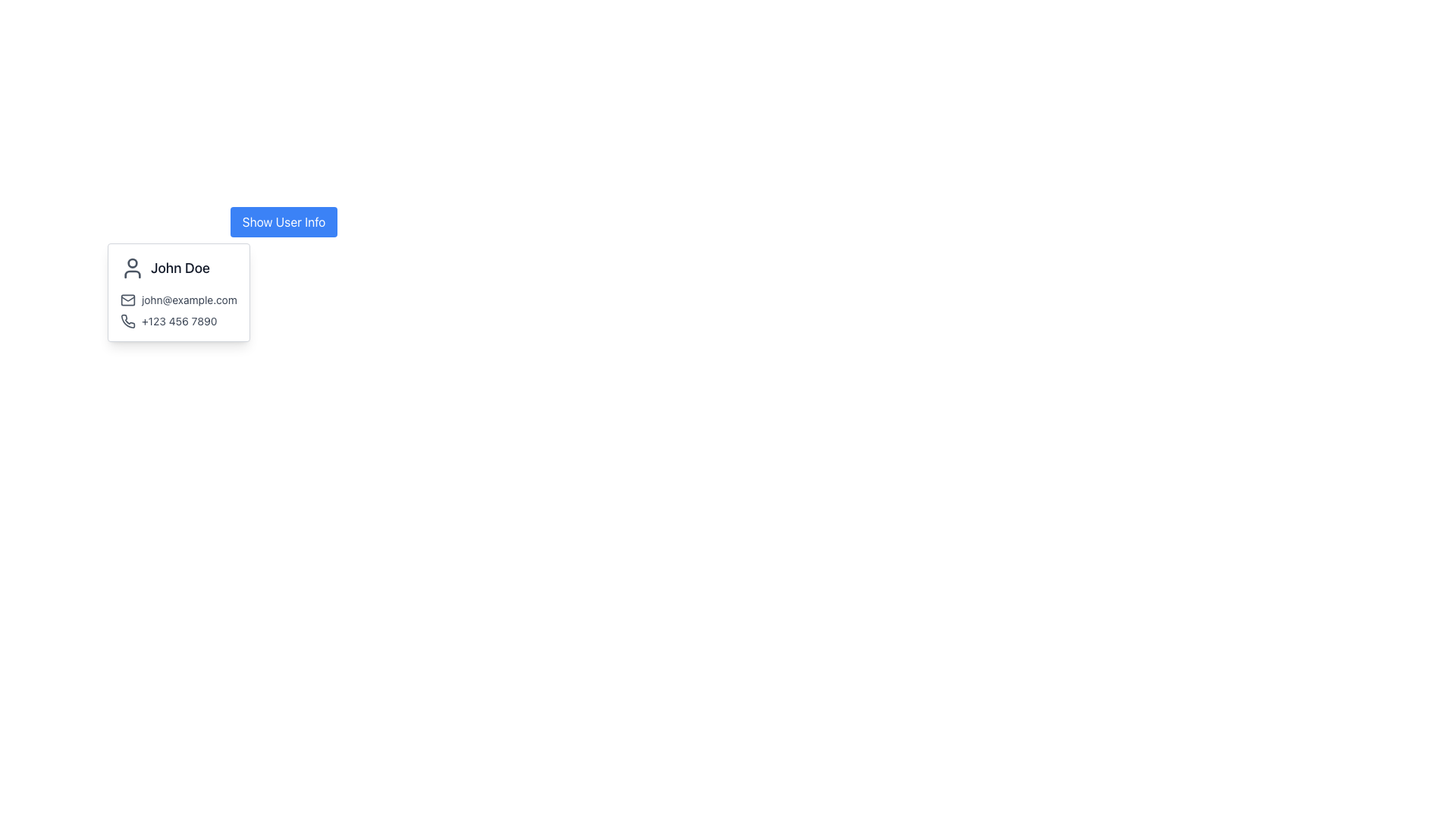 This screenshot has height=819, width=1456. What do you see at coordinates (178, 300) in the screenshot?
I see `the email address 'john@example.com' displayed in the contact card of user 'John Doe', which is located below the name and above the phone number, with an envelope icon to the left` at bounding box center [178, 300].